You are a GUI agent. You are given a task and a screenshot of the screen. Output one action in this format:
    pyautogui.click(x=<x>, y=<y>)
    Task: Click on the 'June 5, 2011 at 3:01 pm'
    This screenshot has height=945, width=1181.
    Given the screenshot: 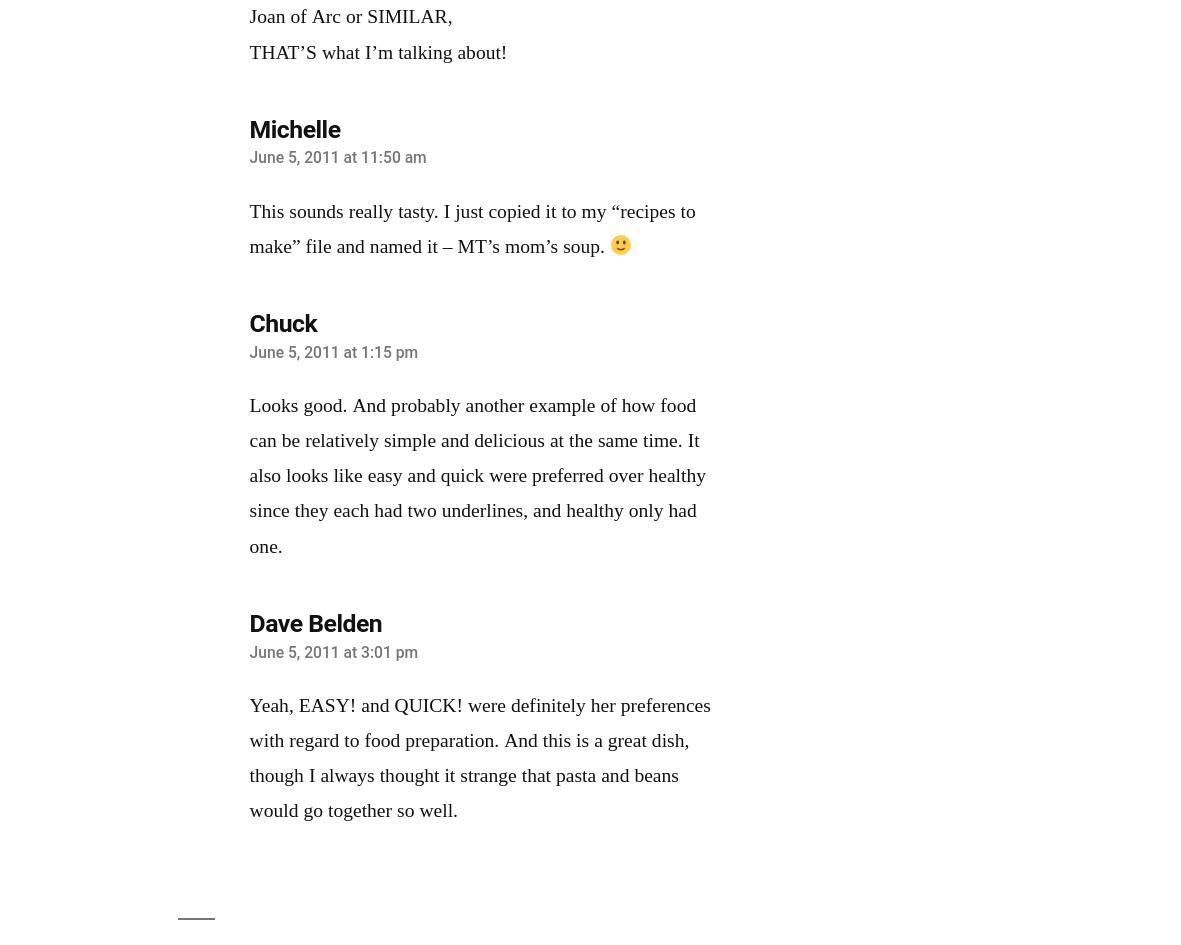 What is the action you would take?
    pyautogui.click(x=332, y=650)
    